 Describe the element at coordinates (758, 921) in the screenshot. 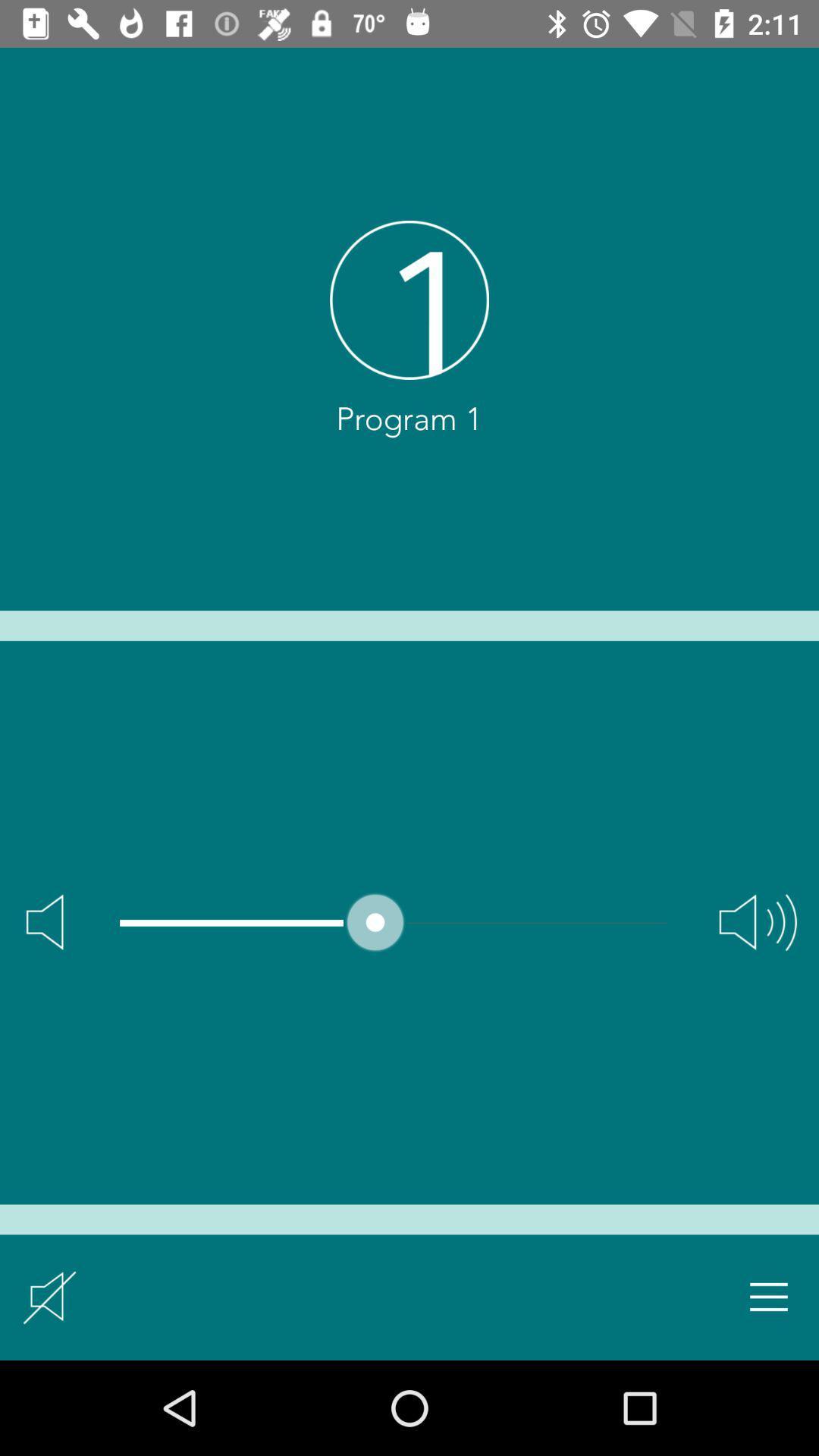

I see `volume` at that location.